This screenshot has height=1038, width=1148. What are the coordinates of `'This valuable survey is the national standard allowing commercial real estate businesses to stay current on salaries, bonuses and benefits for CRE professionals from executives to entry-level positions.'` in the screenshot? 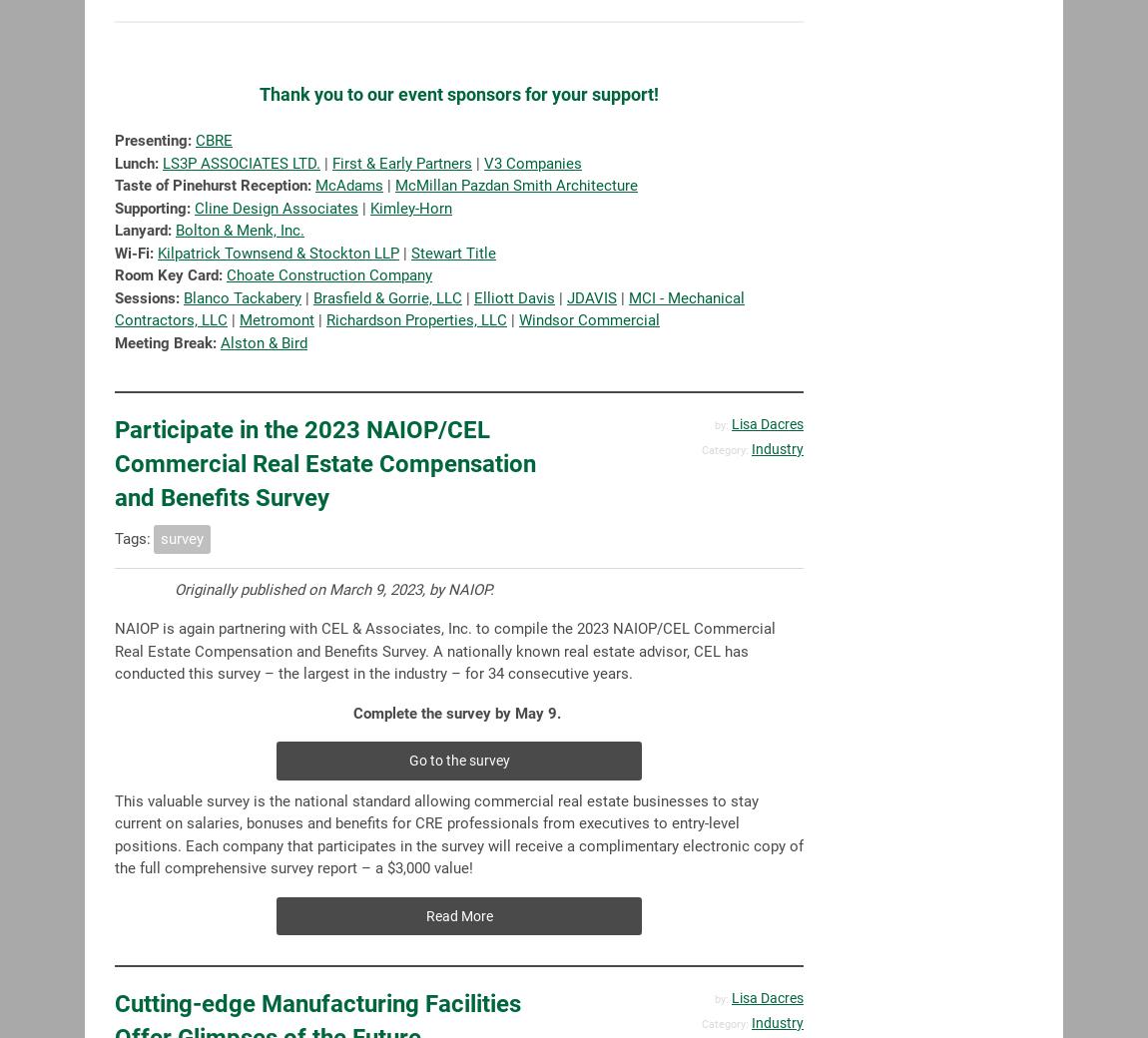 It's located at (436, 821).